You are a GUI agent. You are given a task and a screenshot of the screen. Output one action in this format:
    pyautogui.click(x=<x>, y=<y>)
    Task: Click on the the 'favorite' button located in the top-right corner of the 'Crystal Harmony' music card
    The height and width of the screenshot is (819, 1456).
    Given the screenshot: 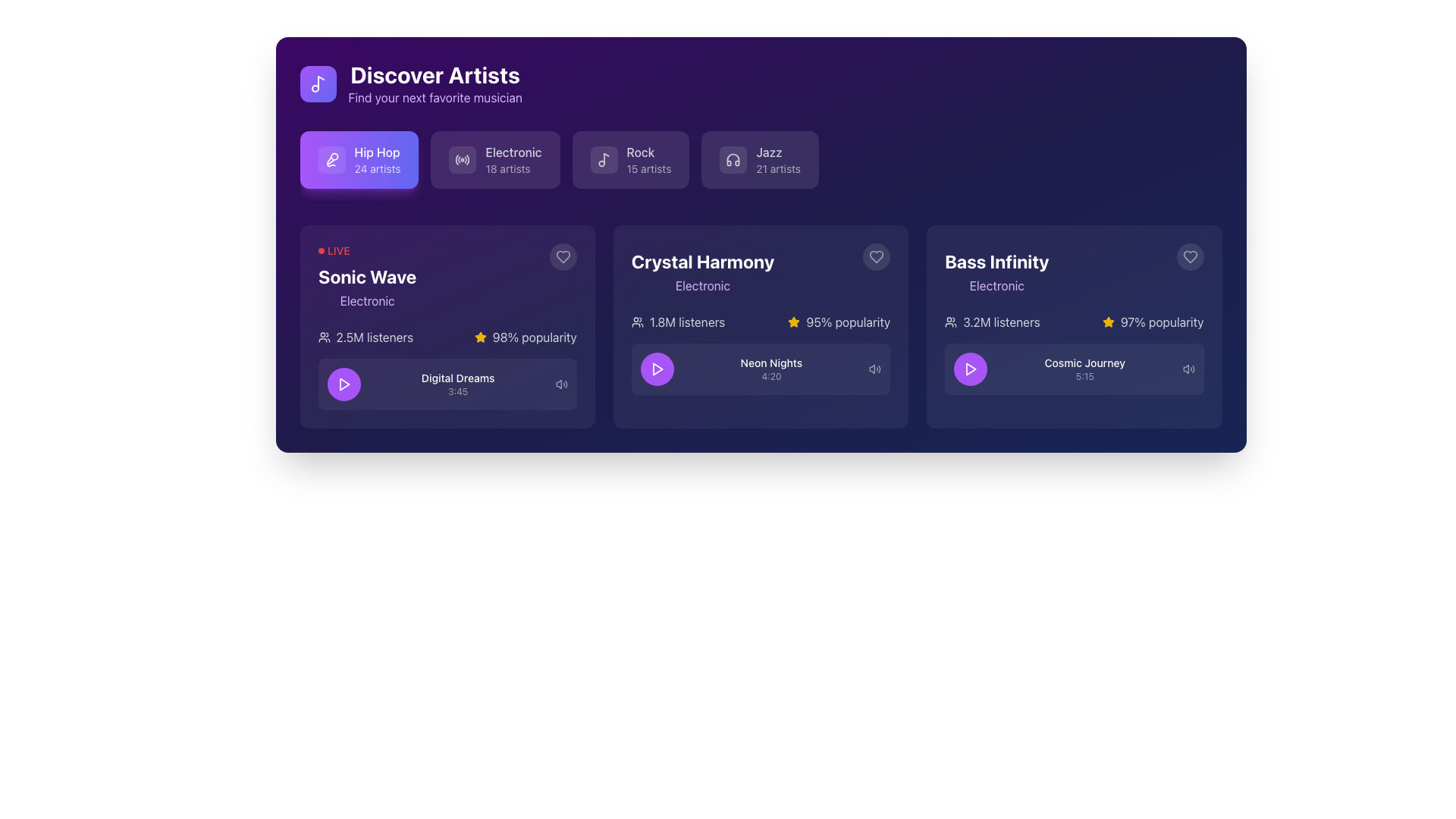 What is the action you would take?
    pyautogui.click(x=877, y=256)
    